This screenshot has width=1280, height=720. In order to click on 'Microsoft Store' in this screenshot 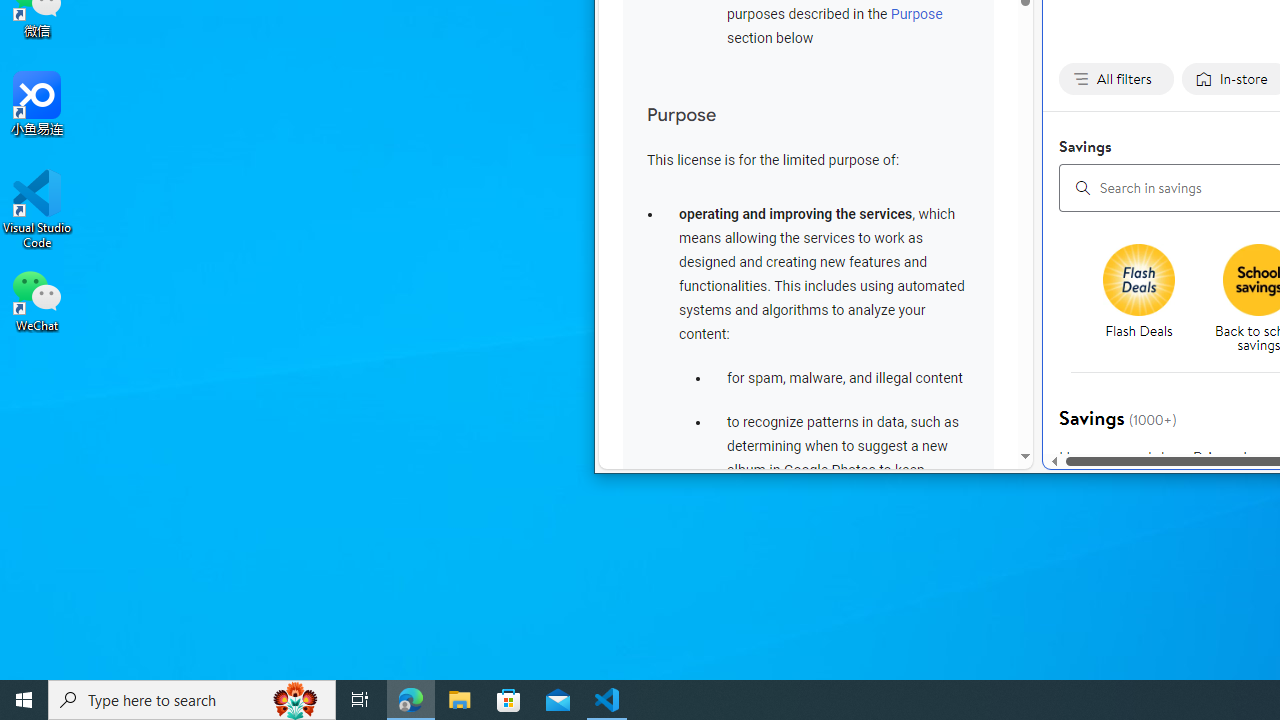, I will do `click(509, 698)`.